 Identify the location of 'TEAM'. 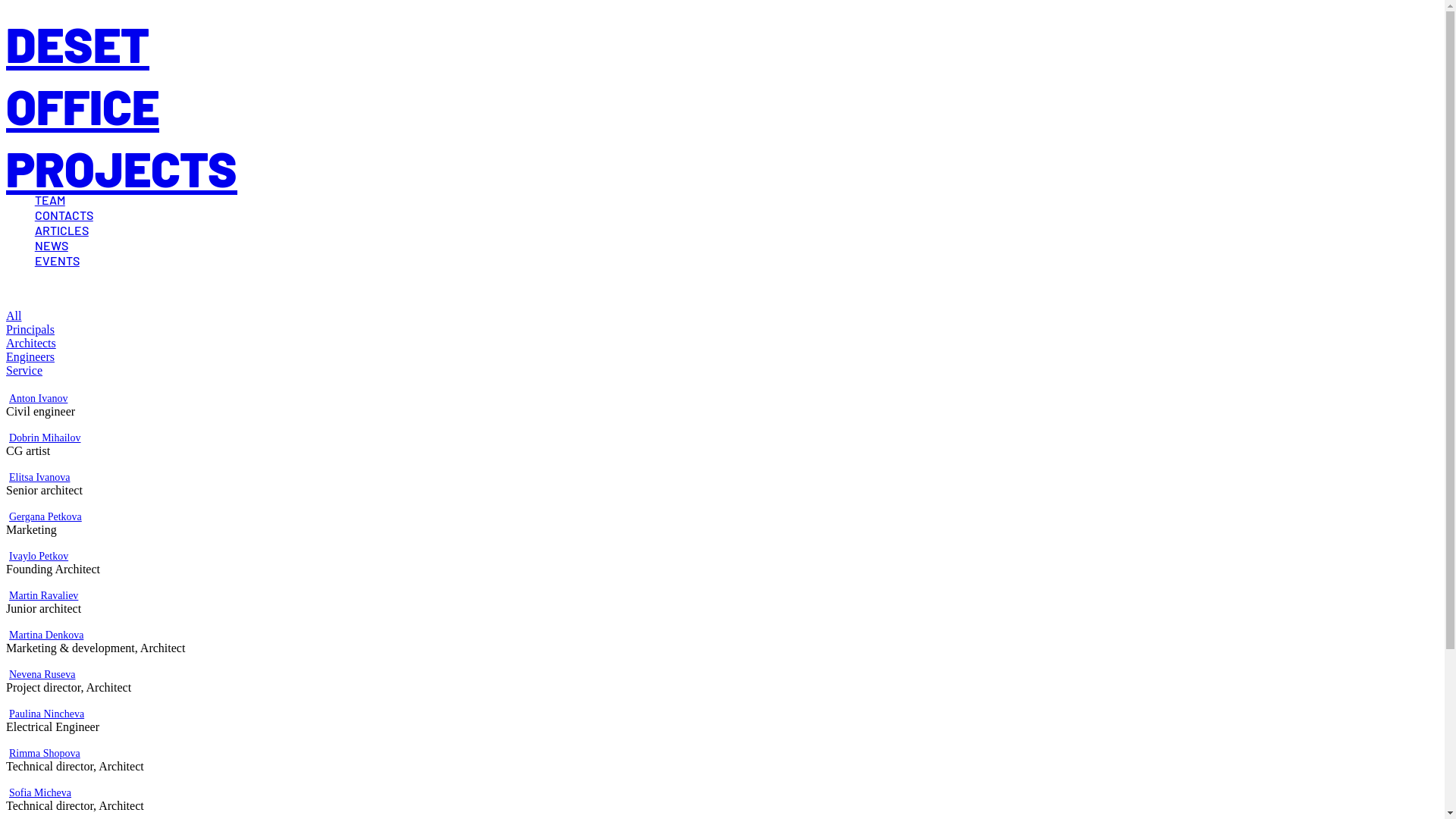
(50, 199).